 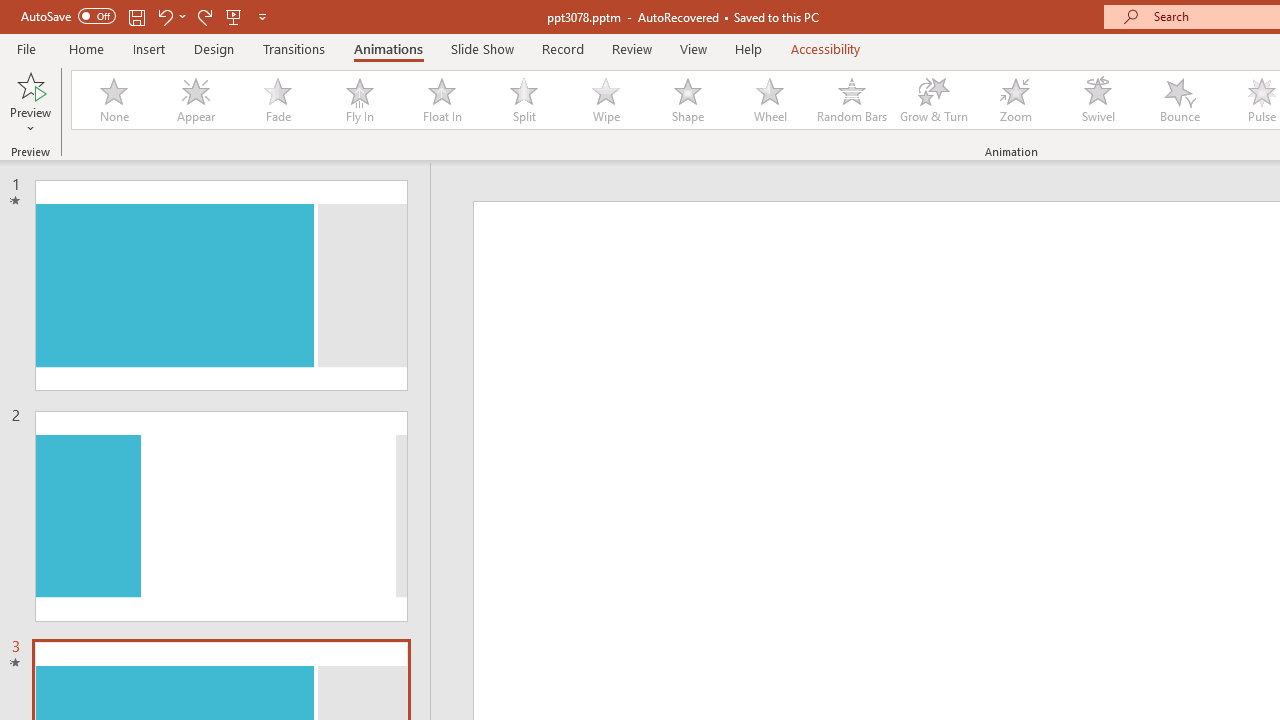 I want to click on 'Shape', so click(x=688, y=100).